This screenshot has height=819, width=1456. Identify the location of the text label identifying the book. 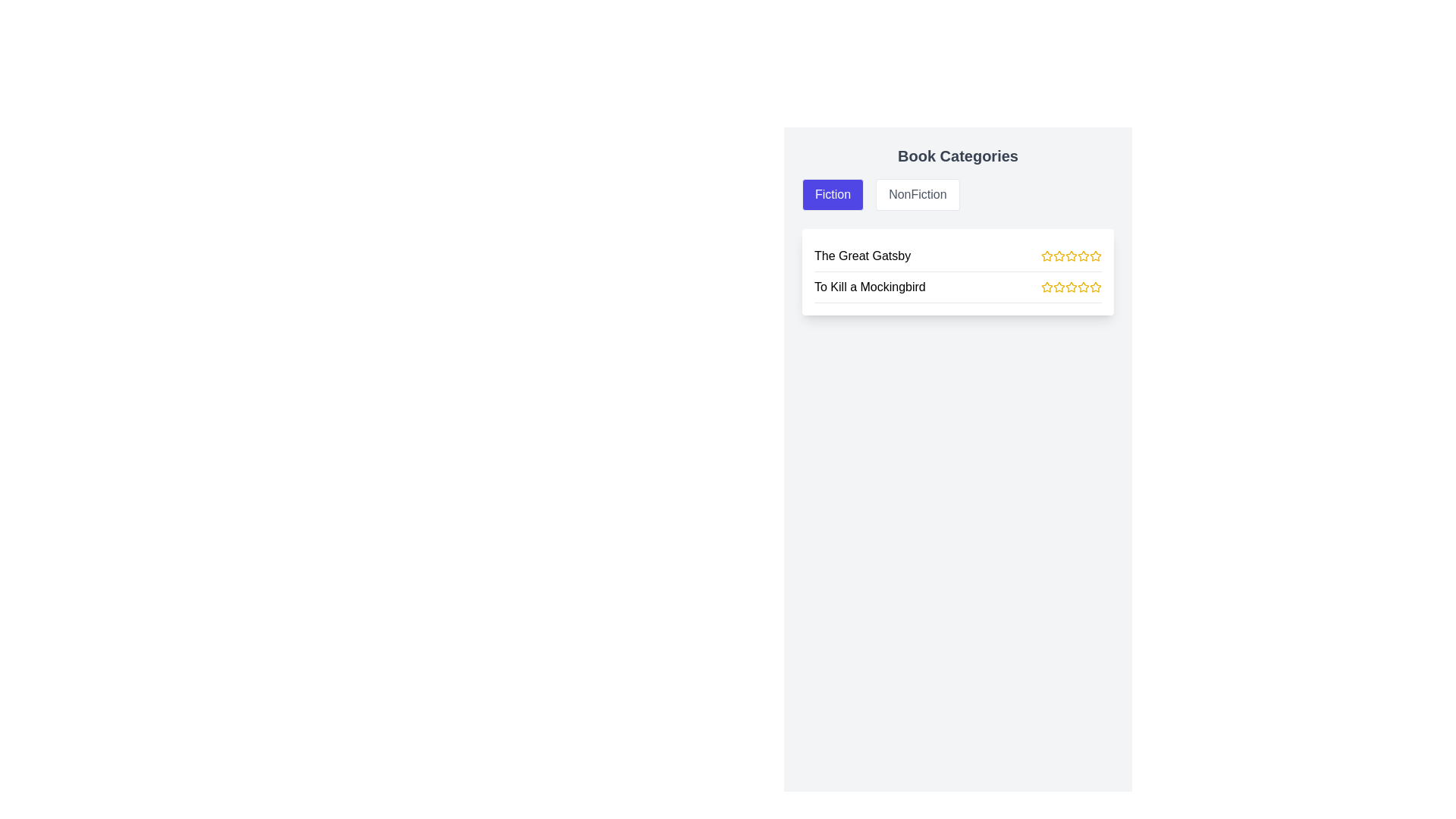
(862, 256).